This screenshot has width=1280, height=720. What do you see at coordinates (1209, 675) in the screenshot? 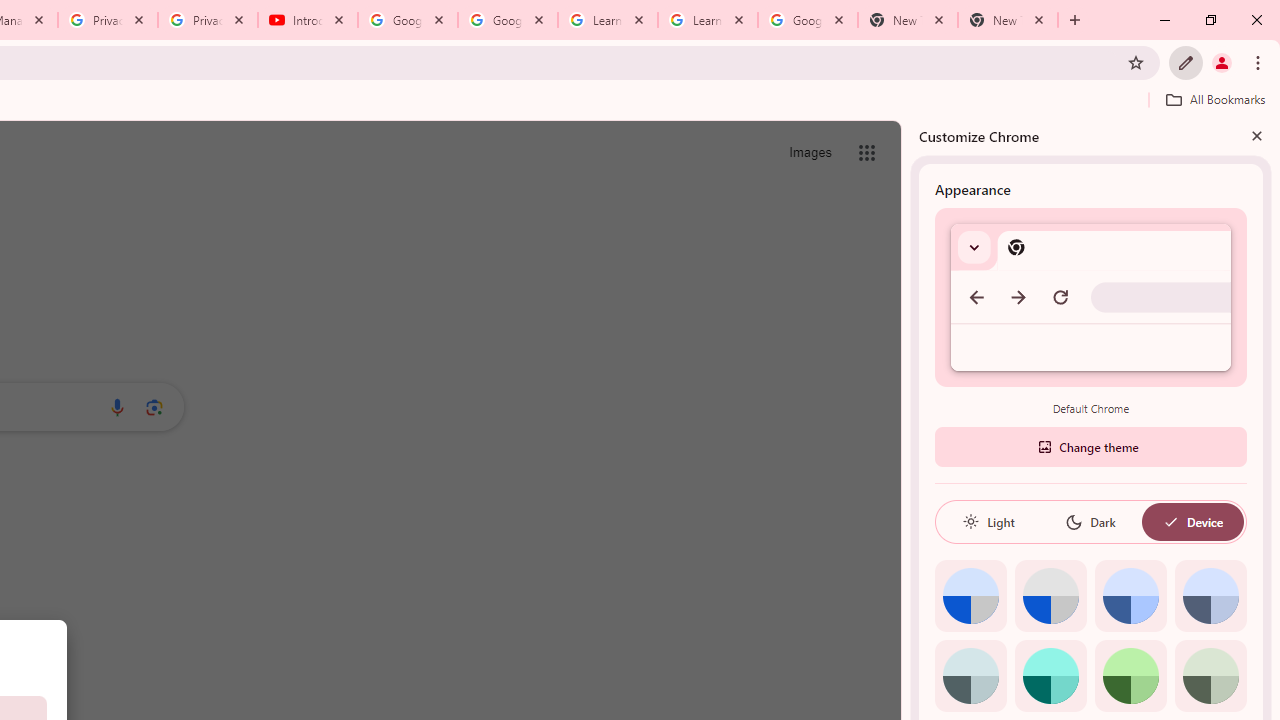
I see `'Viridian'` at bounding box center [1209, 675].